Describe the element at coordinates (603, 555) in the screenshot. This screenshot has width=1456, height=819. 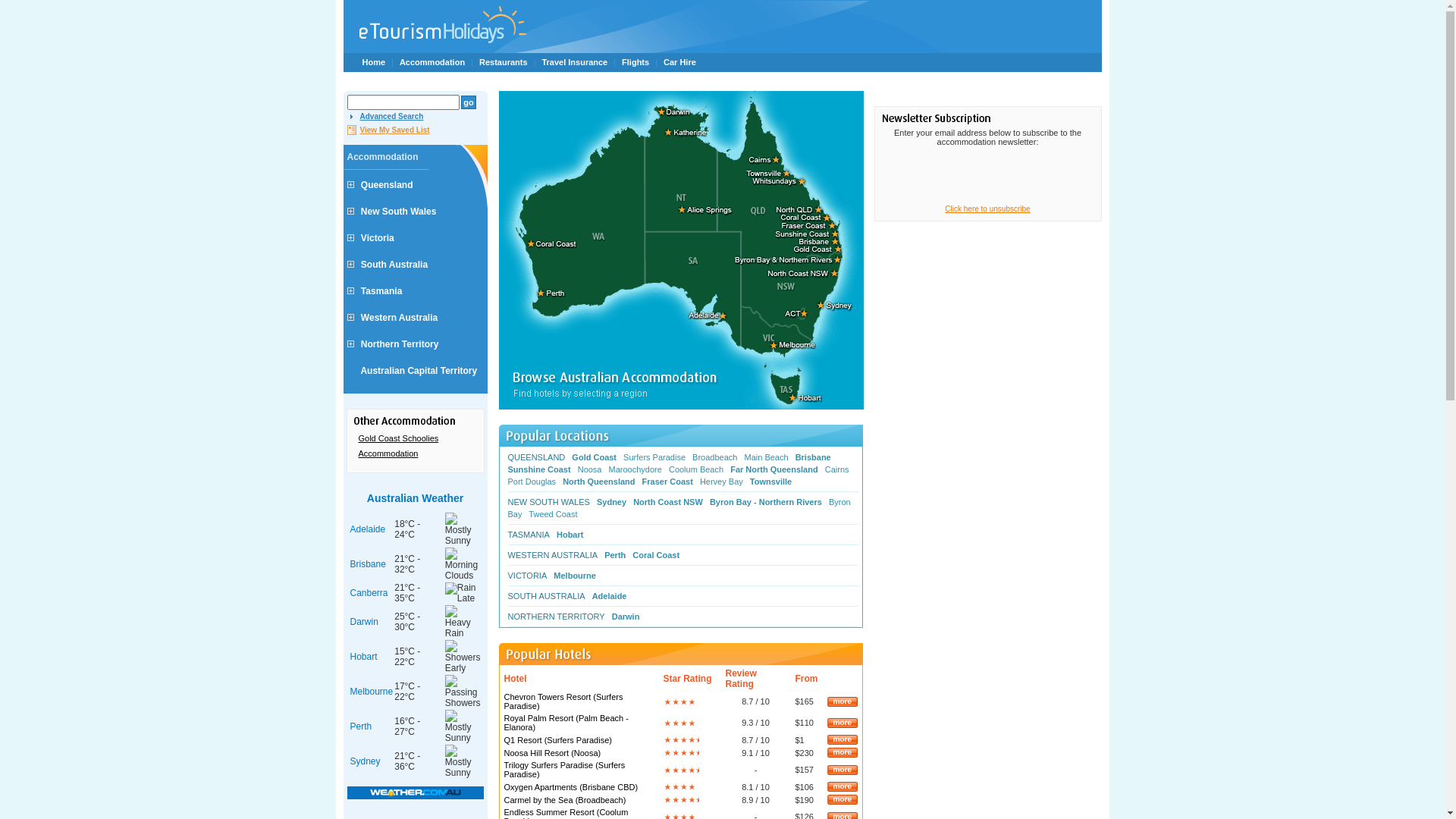
I see `'Perth'` at that location.